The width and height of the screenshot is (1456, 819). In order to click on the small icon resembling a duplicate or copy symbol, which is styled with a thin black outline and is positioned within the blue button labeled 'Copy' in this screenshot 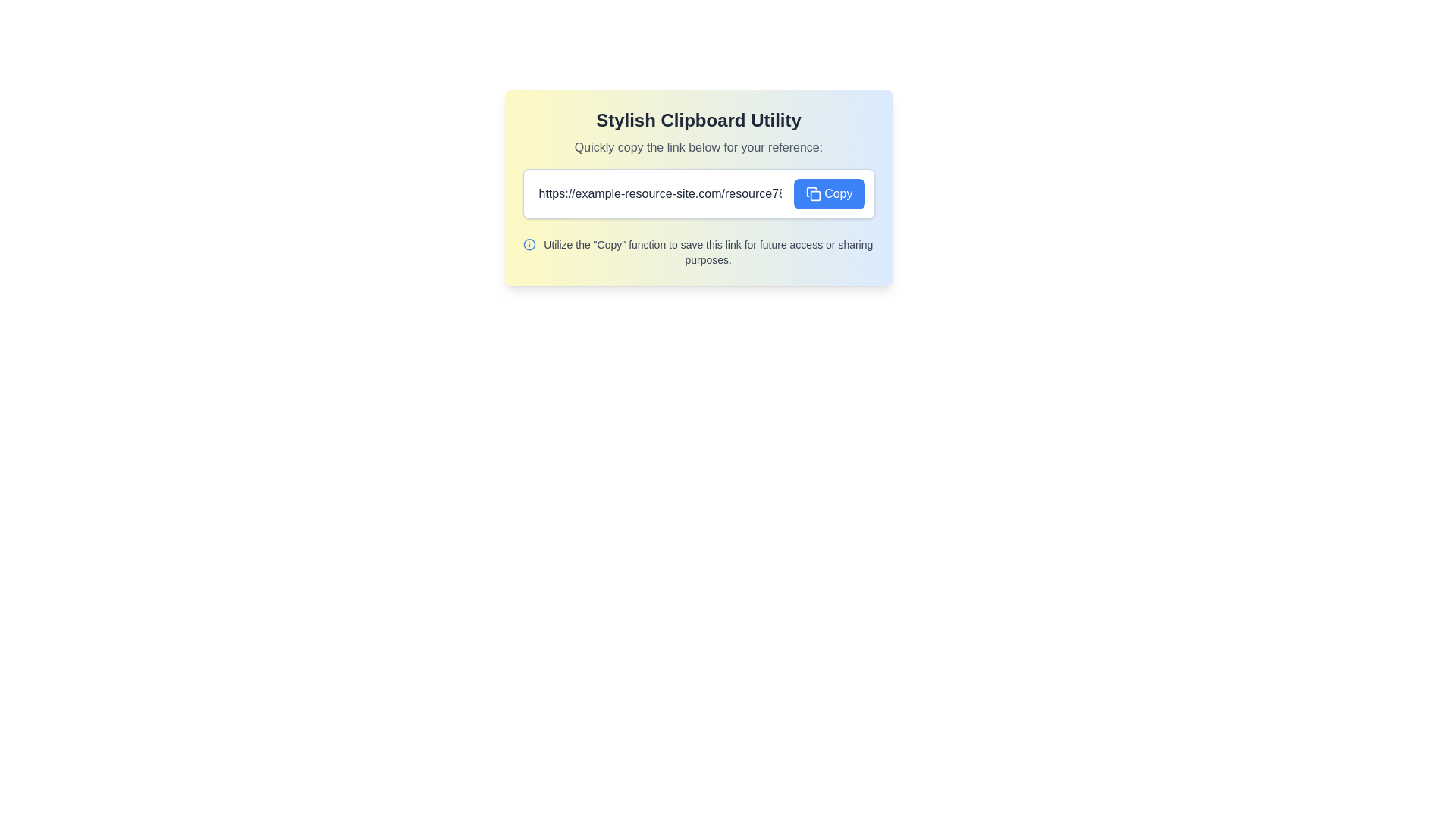, I will do `click(813, 193)`.